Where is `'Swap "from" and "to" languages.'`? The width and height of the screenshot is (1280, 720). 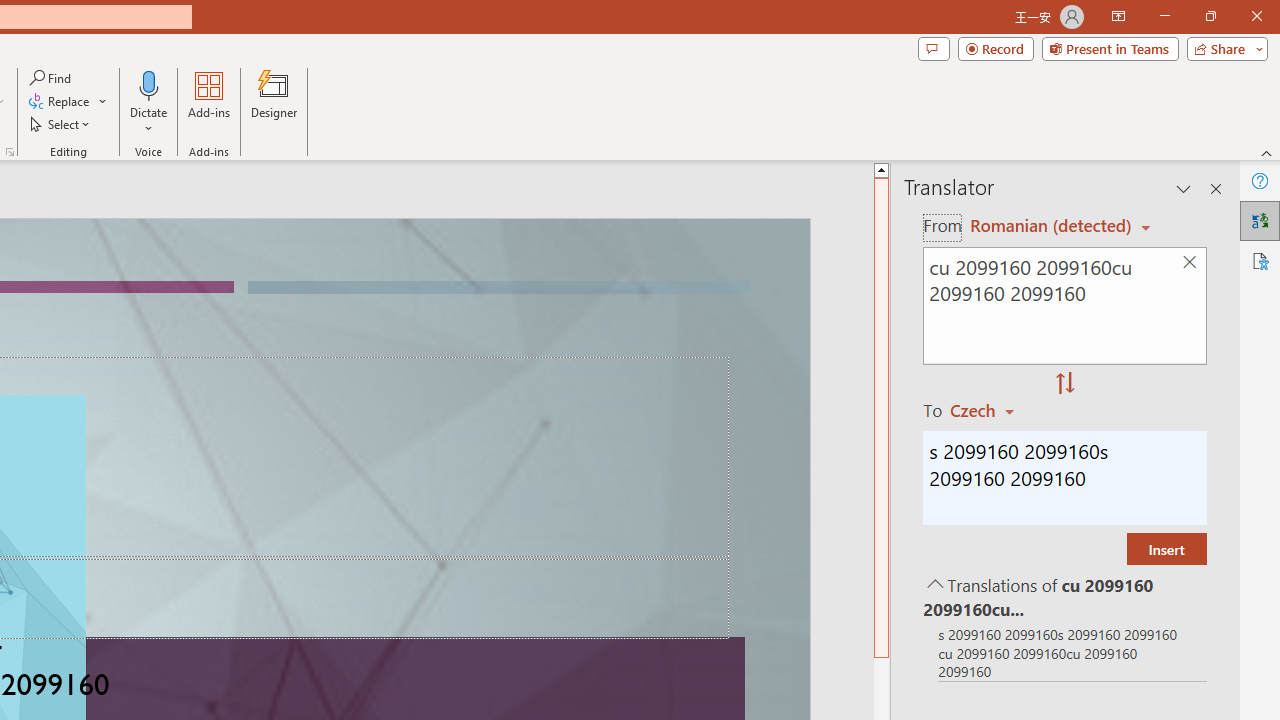
'Swap "from" and "to" languages.' is located at coordinates (1064, 384).